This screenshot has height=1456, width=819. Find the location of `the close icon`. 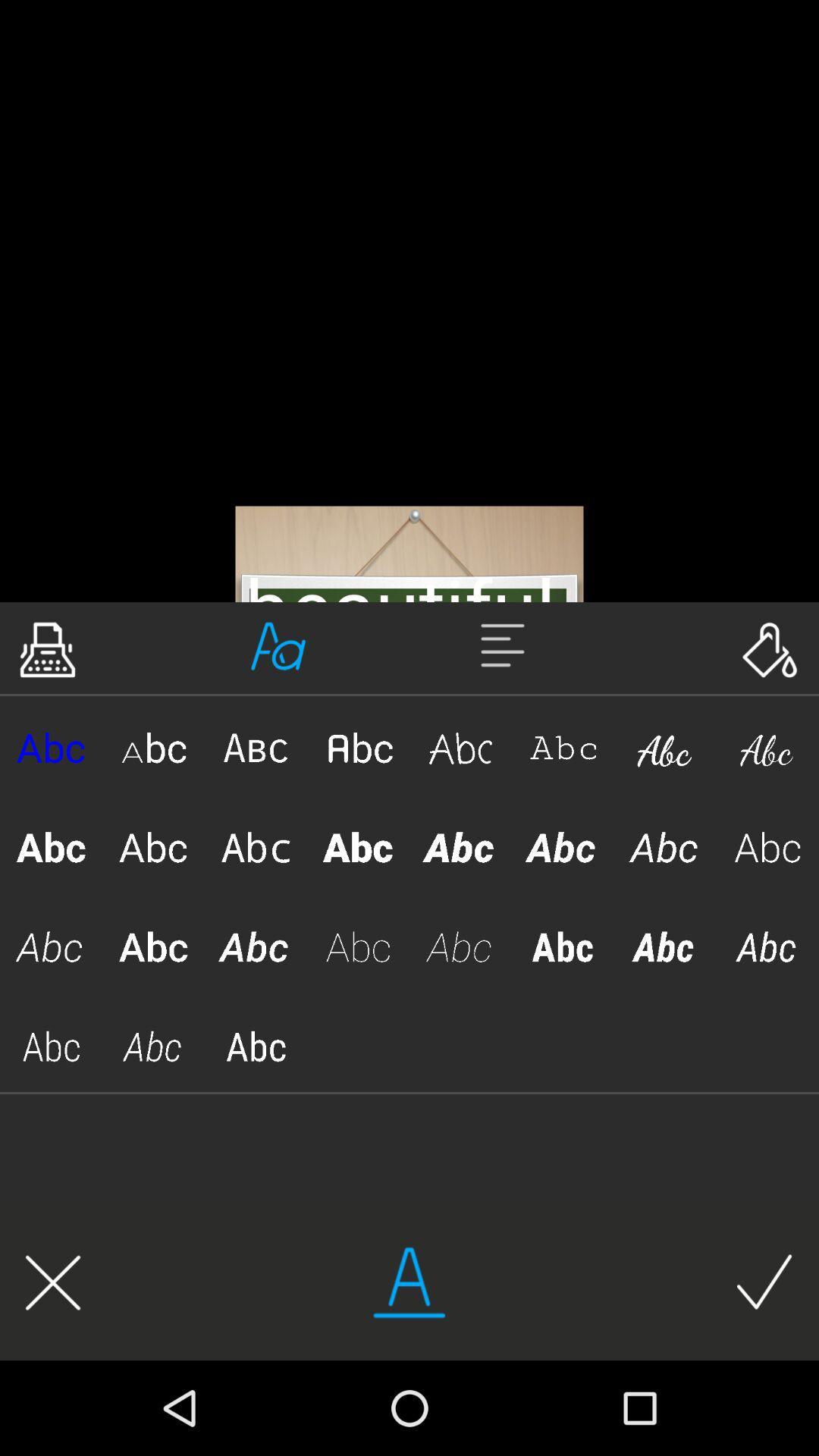

the close icon is located at coordinates (52, 1282).